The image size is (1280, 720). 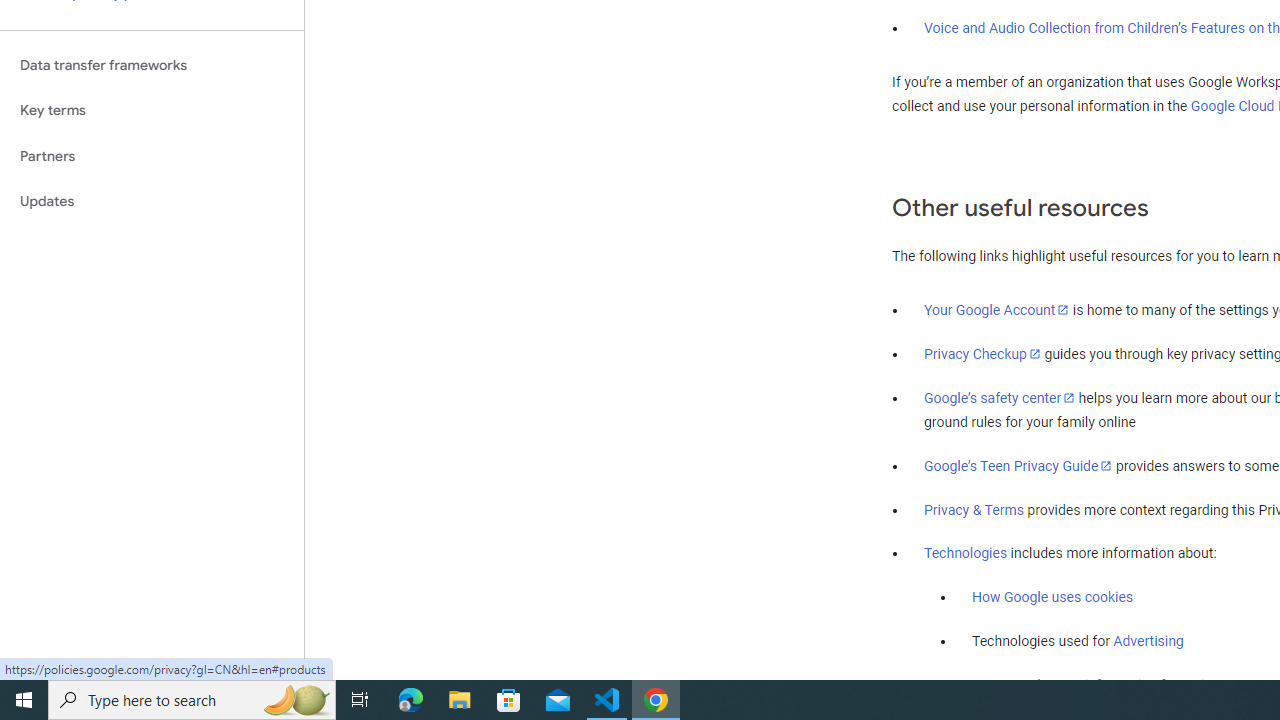 What do you see at coordinates (997, 309) in the screenshot?
I see `'Your Google Account'` at bounding box center [997, 309].